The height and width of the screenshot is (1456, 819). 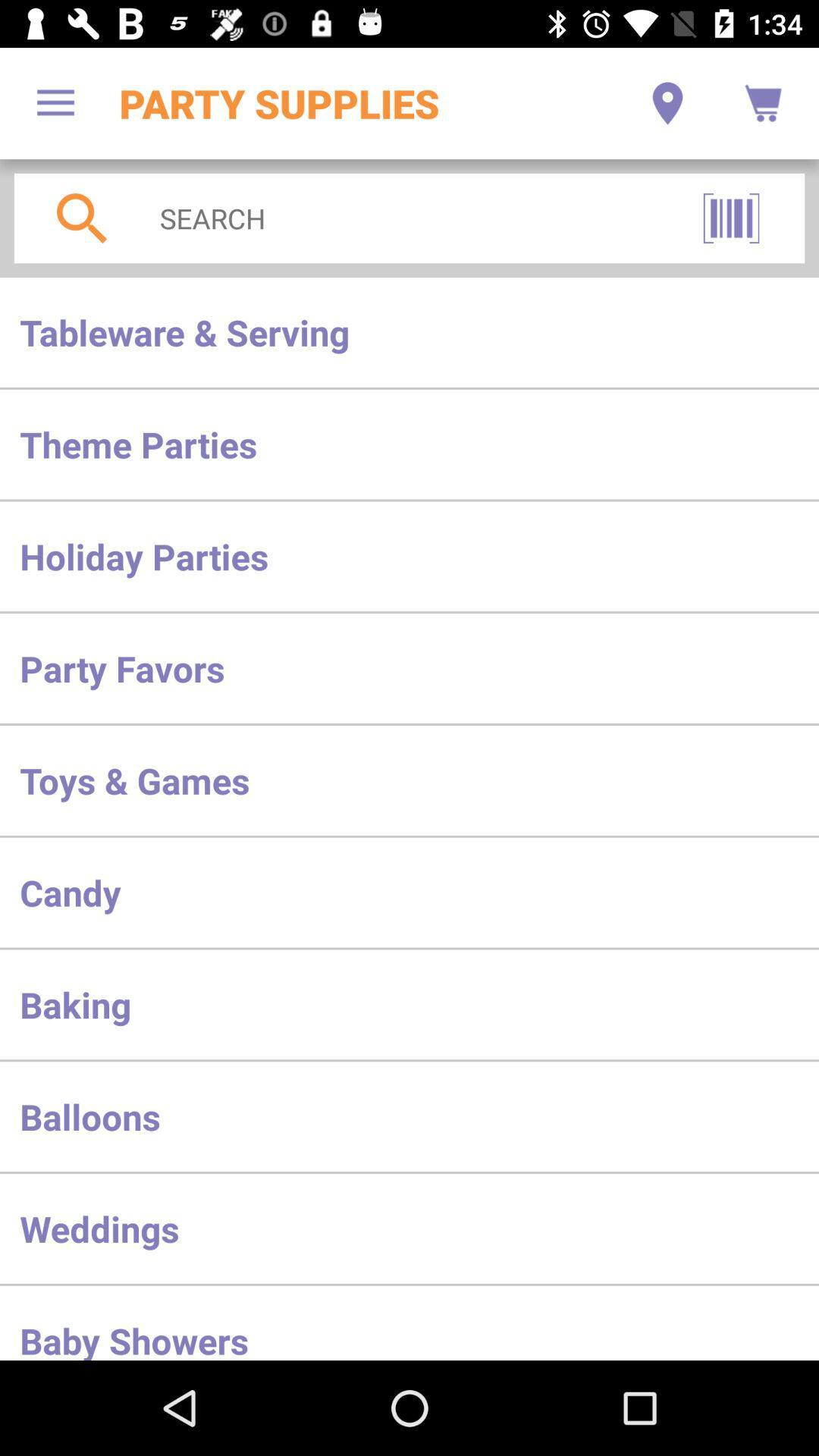 What do you see at coordinates (403, 218) in the screenshot?
I see `the icon above the tableware & serving icon` at bounding box center [403, 218].